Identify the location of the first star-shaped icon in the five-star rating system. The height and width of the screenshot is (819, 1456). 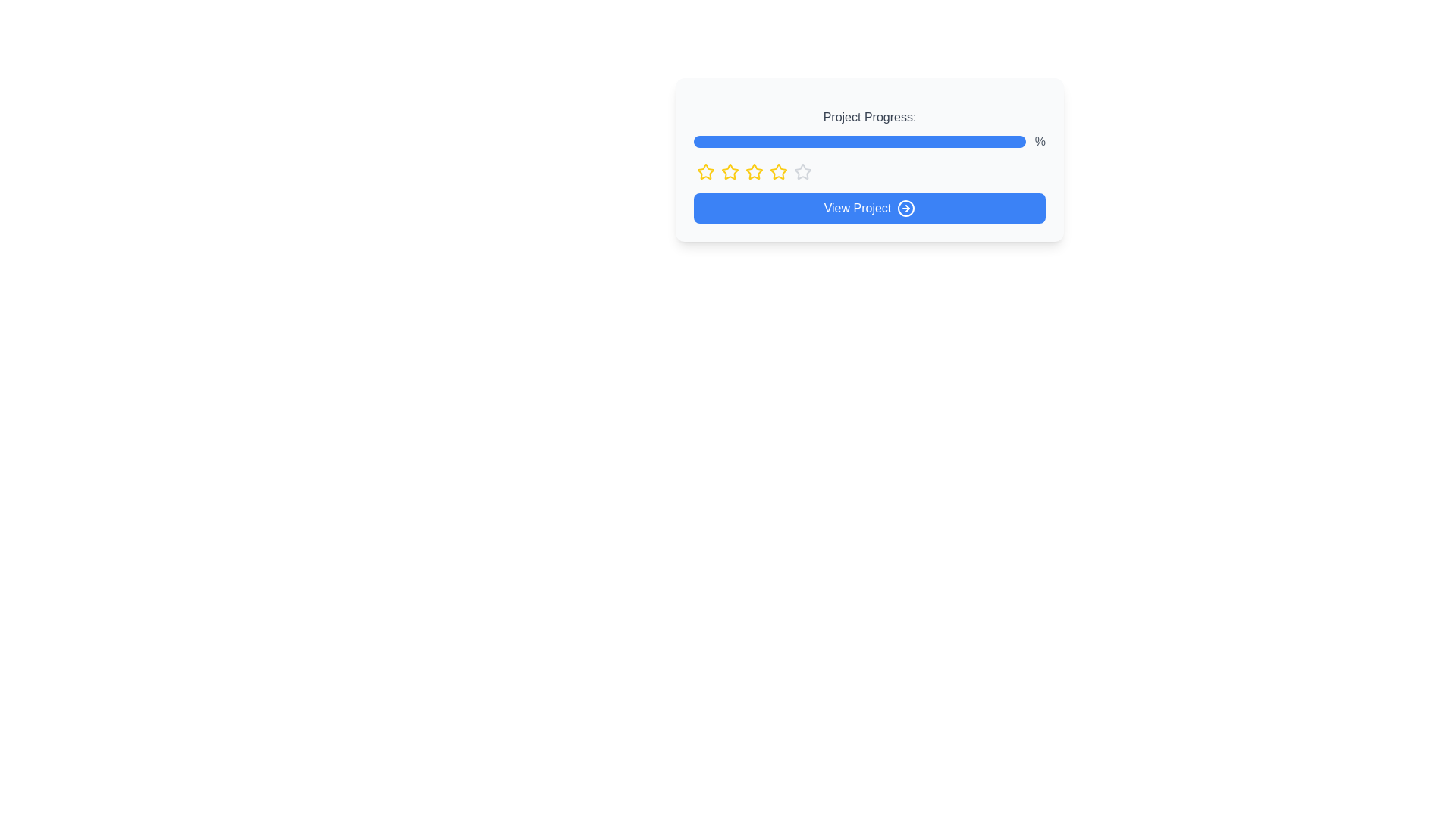
(705, 171).